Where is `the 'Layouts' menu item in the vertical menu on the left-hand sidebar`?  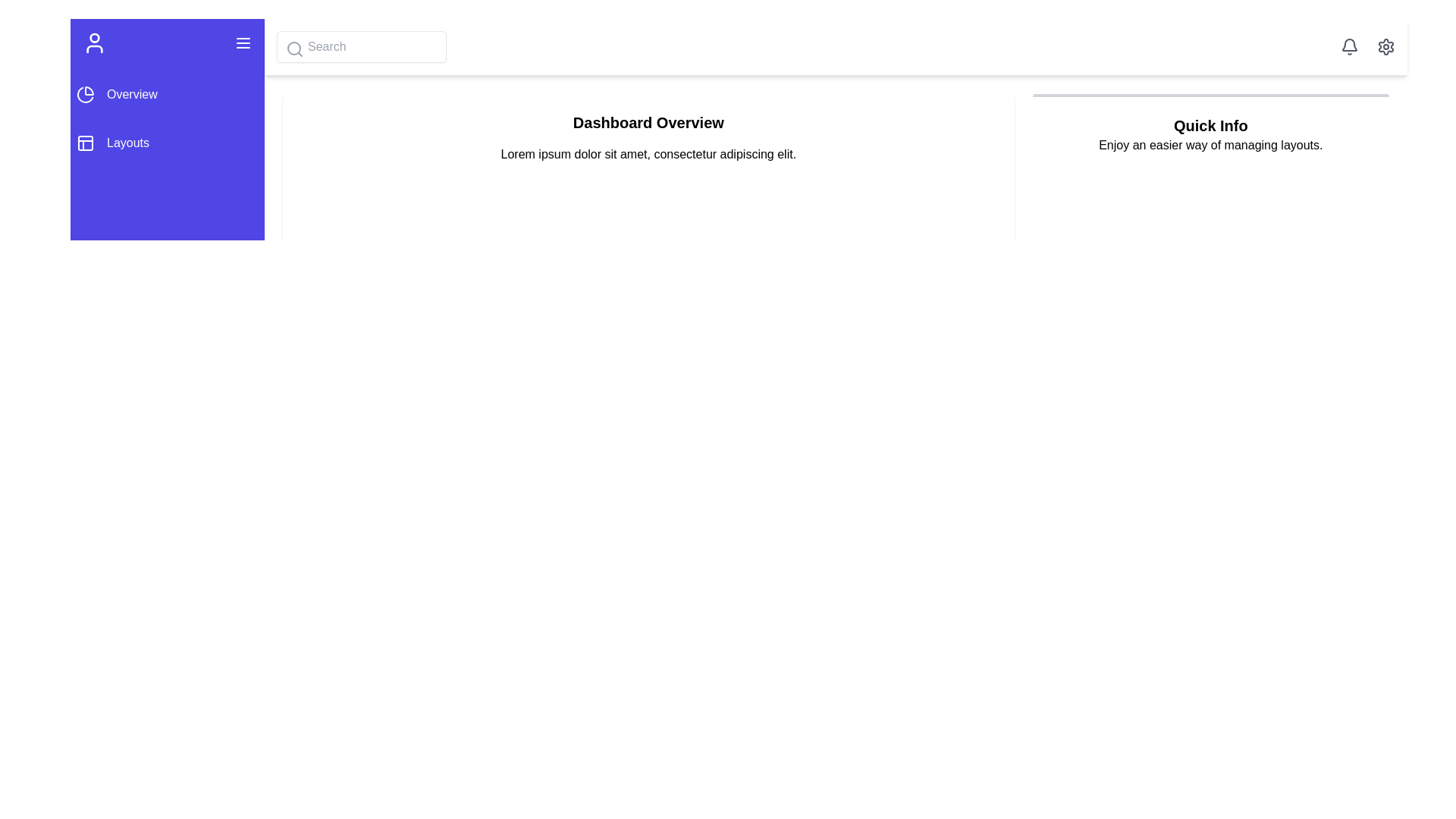 the 'Layouts' menu item in the vertical menu on the left-hand sidebar is located at coordinates (167, 143).